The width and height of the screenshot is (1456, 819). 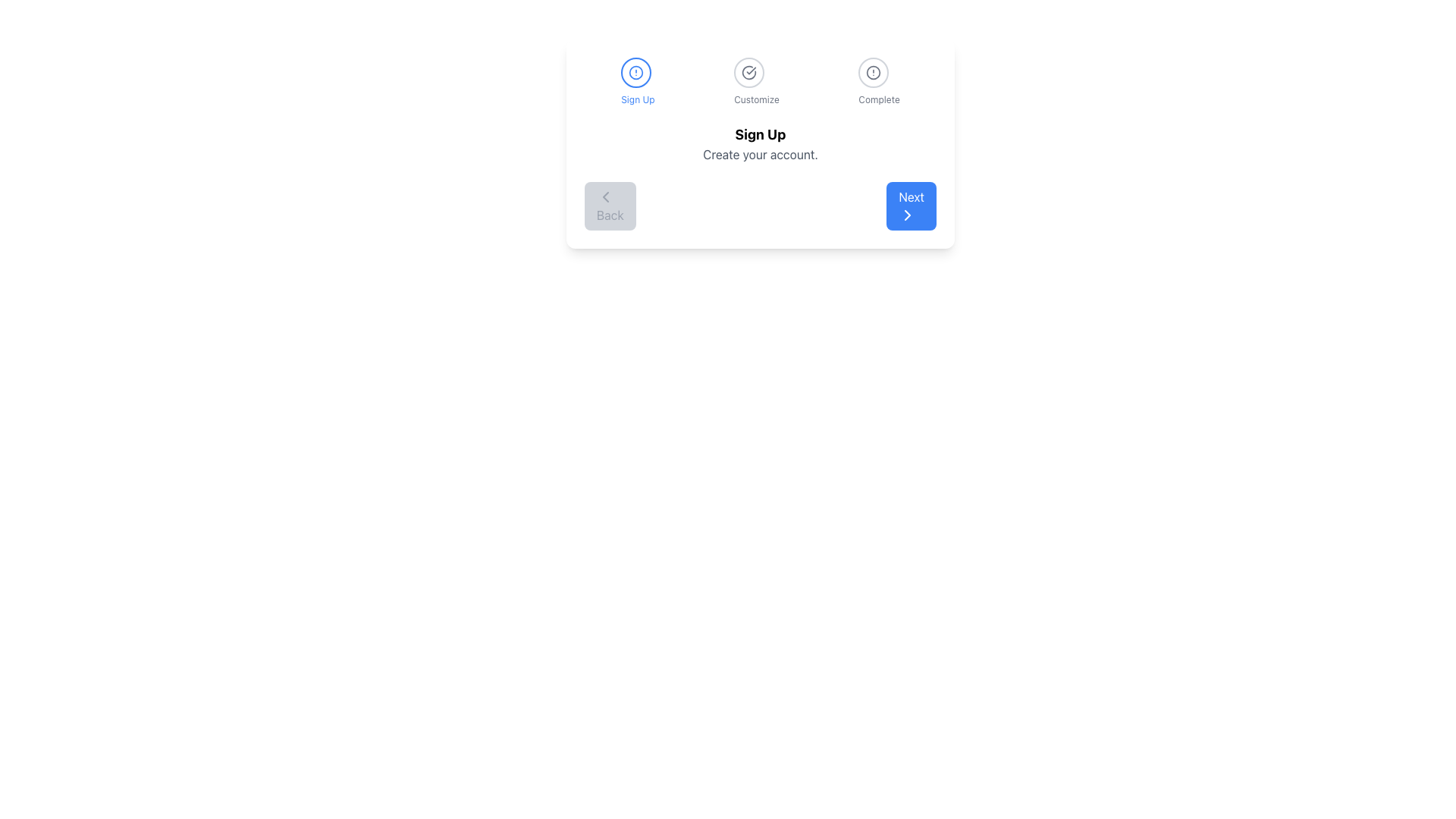 What do you see at coordinates (908, 215) in the screenshot?
I see `the right-facing chevron icon on the 'Next' button` at bounding box center [908, 215].